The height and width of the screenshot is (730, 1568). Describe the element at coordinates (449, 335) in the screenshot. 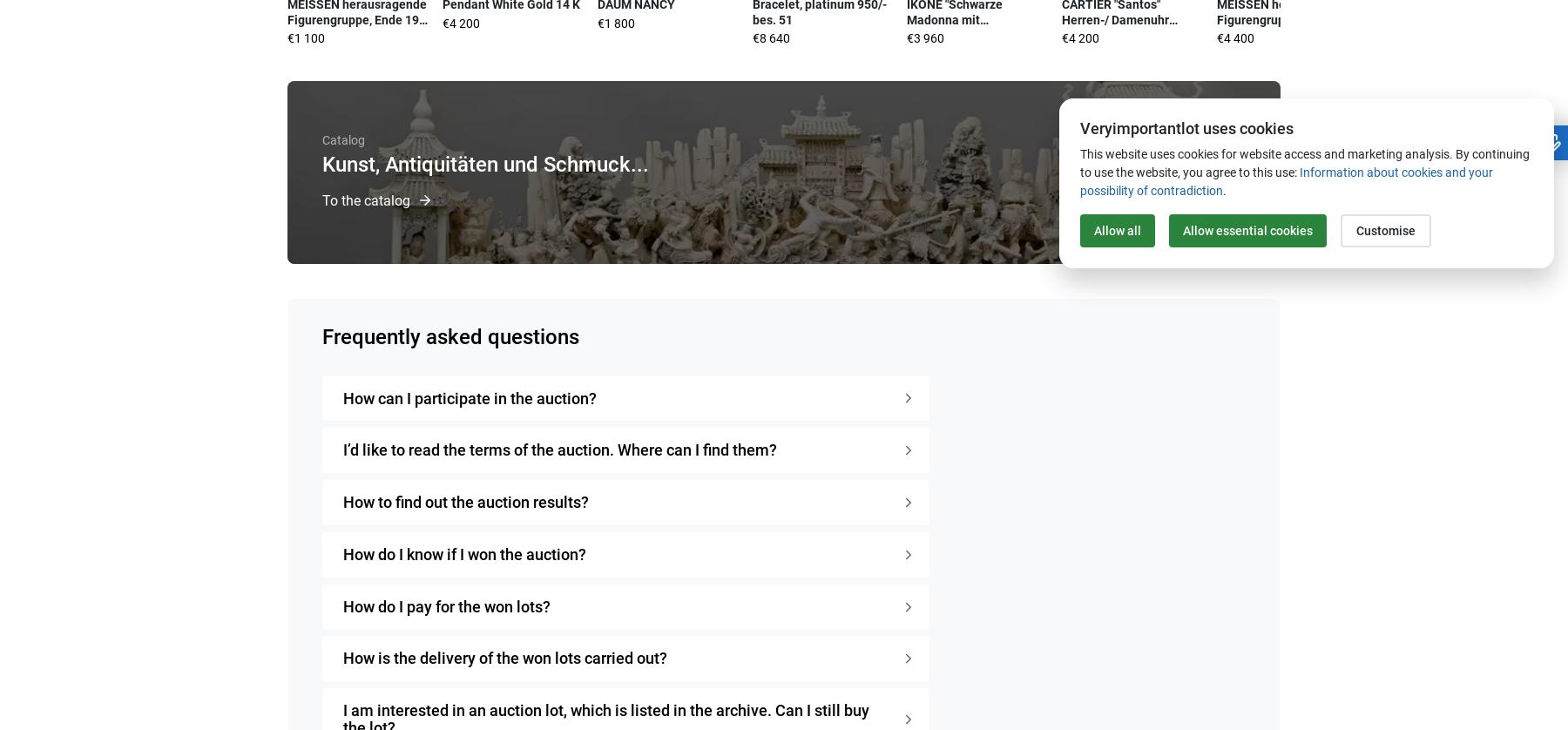

I see `'Frequently asked questions'` at that location.